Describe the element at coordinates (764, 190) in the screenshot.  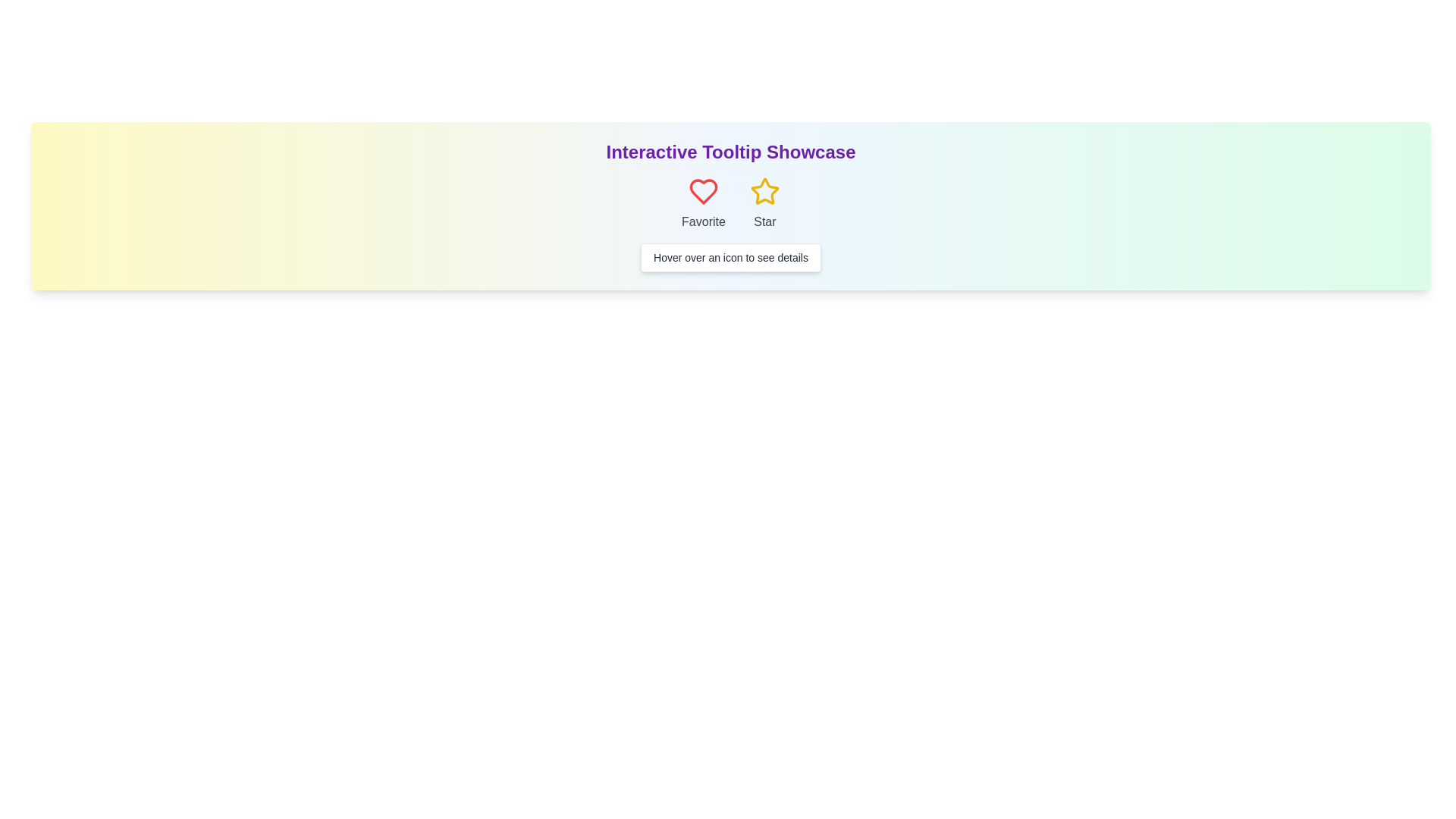
I see `the 'Star' icon, which is the second icon in a centered row, located to the right of the heart icon and under the 'Star' label` at that location.